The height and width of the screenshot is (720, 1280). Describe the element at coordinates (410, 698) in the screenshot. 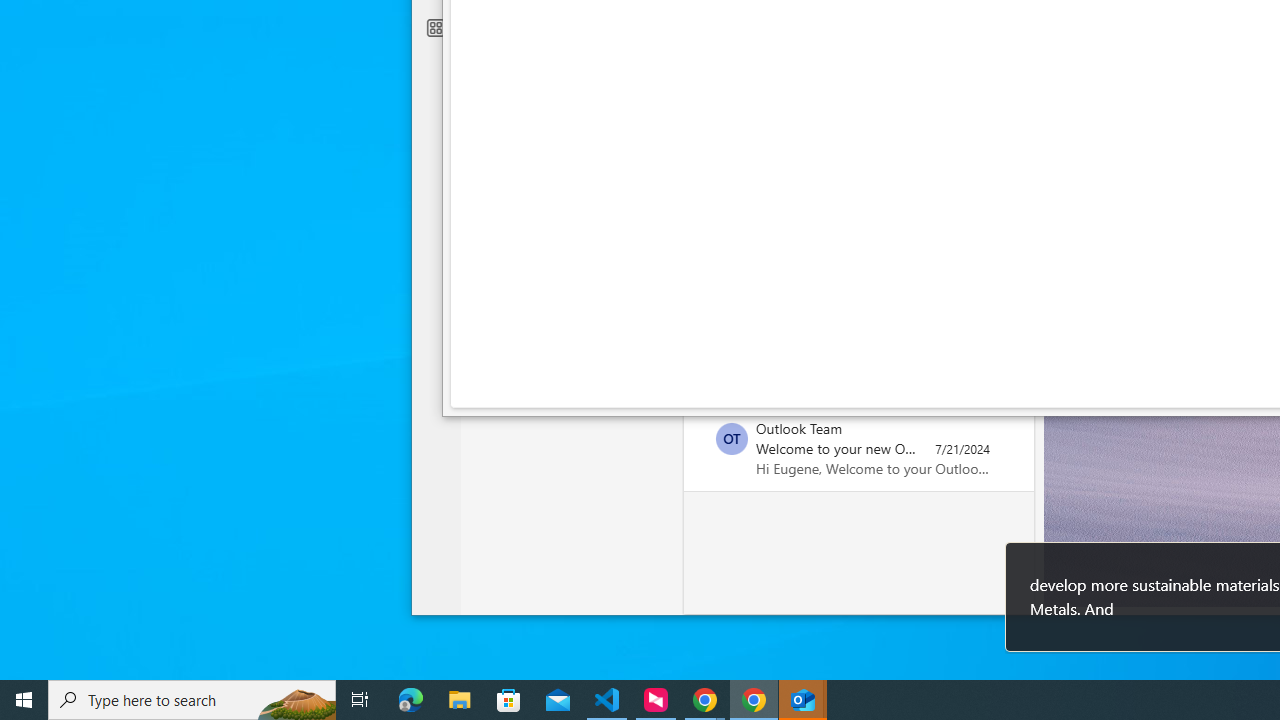

I see `'Microsoft Edge'` at that location.